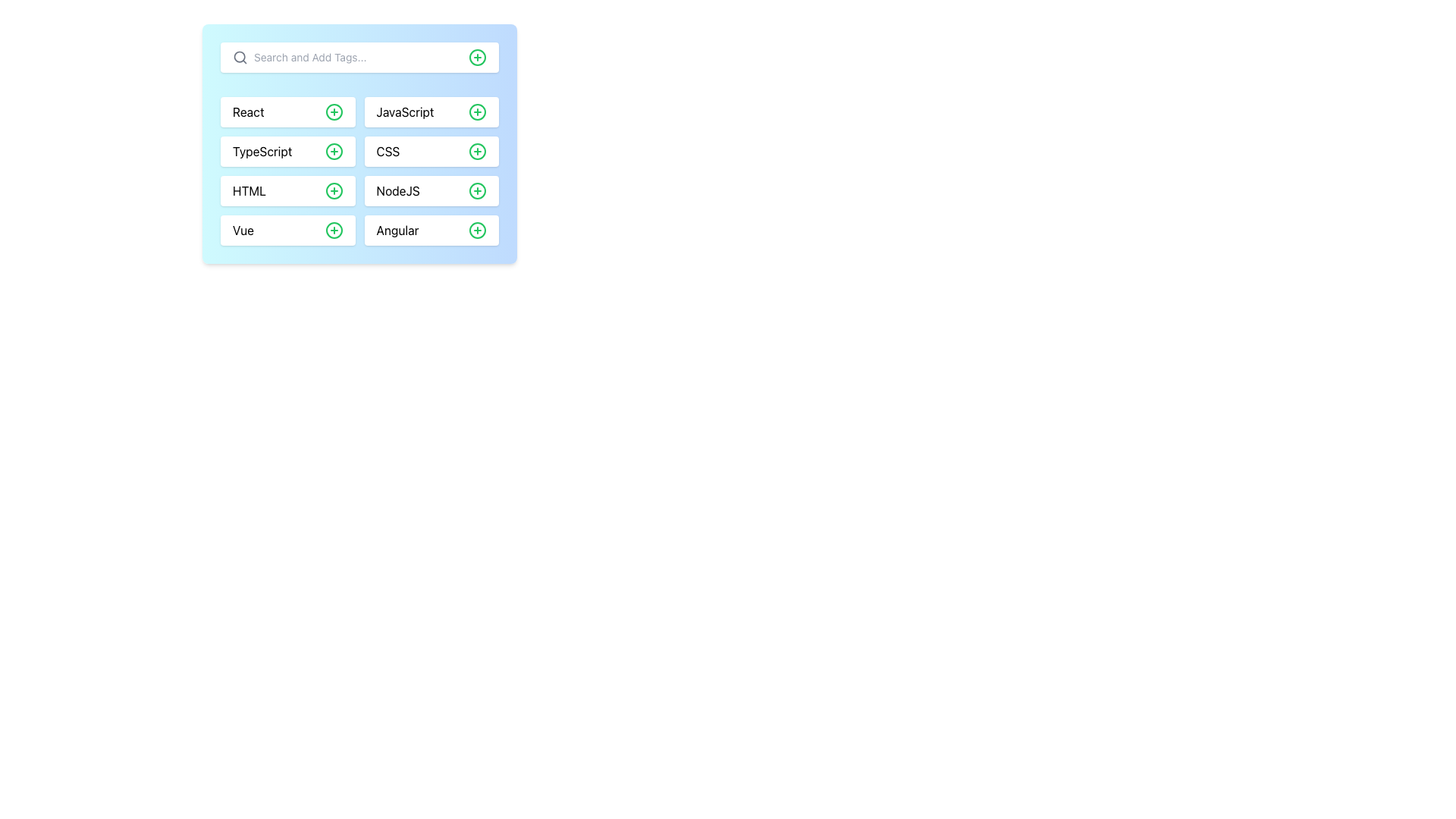  Describe the element at coordinates (333, 231) in the screenshot. I see `the circular green outlined button with a '+' sign at its center, located to the right of the 'Vue' label in the grid structure` at that location.